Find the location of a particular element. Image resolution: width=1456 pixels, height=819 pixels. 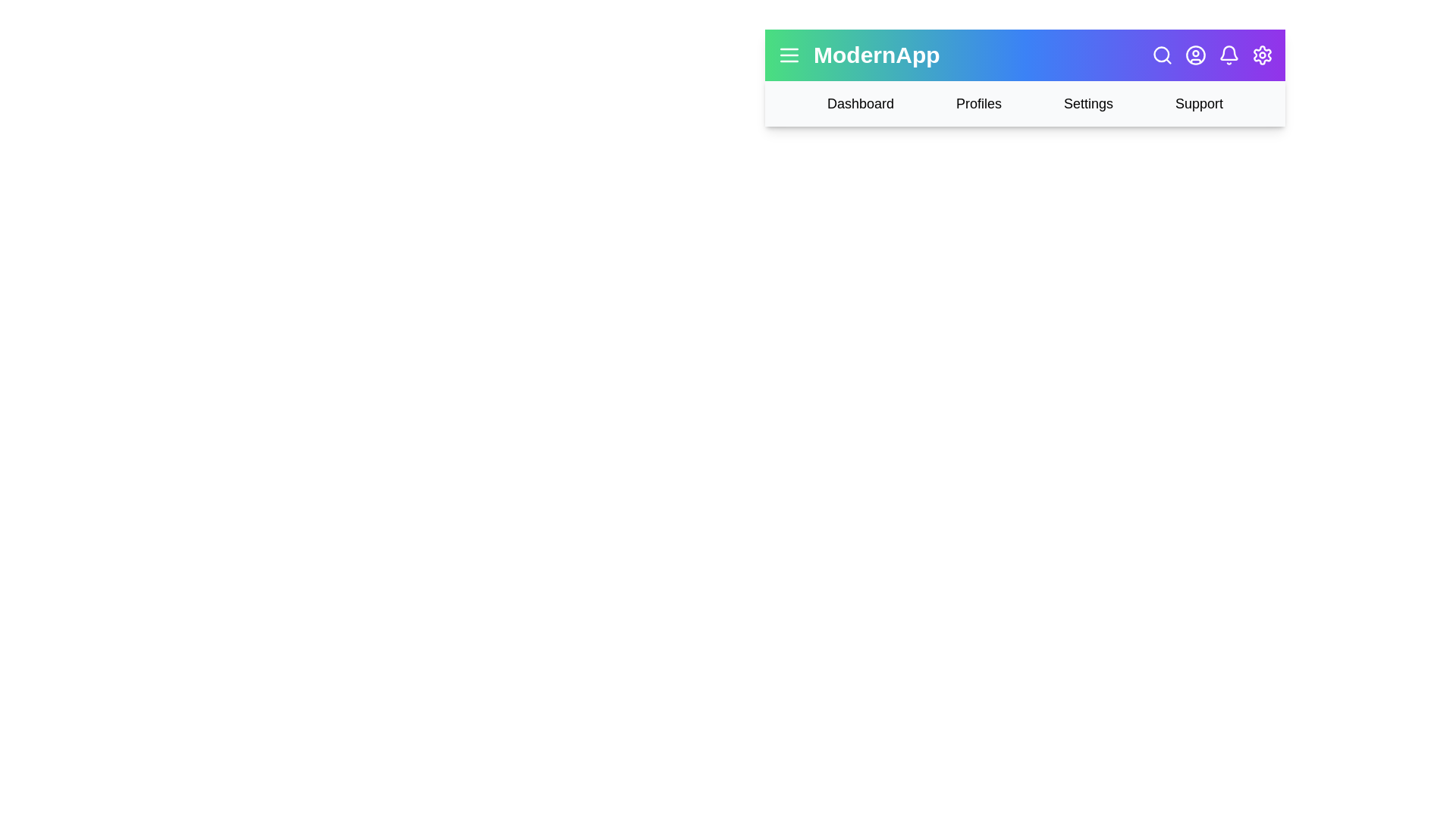

the search icon to initiate a search is located at coordinates (1161, 55).